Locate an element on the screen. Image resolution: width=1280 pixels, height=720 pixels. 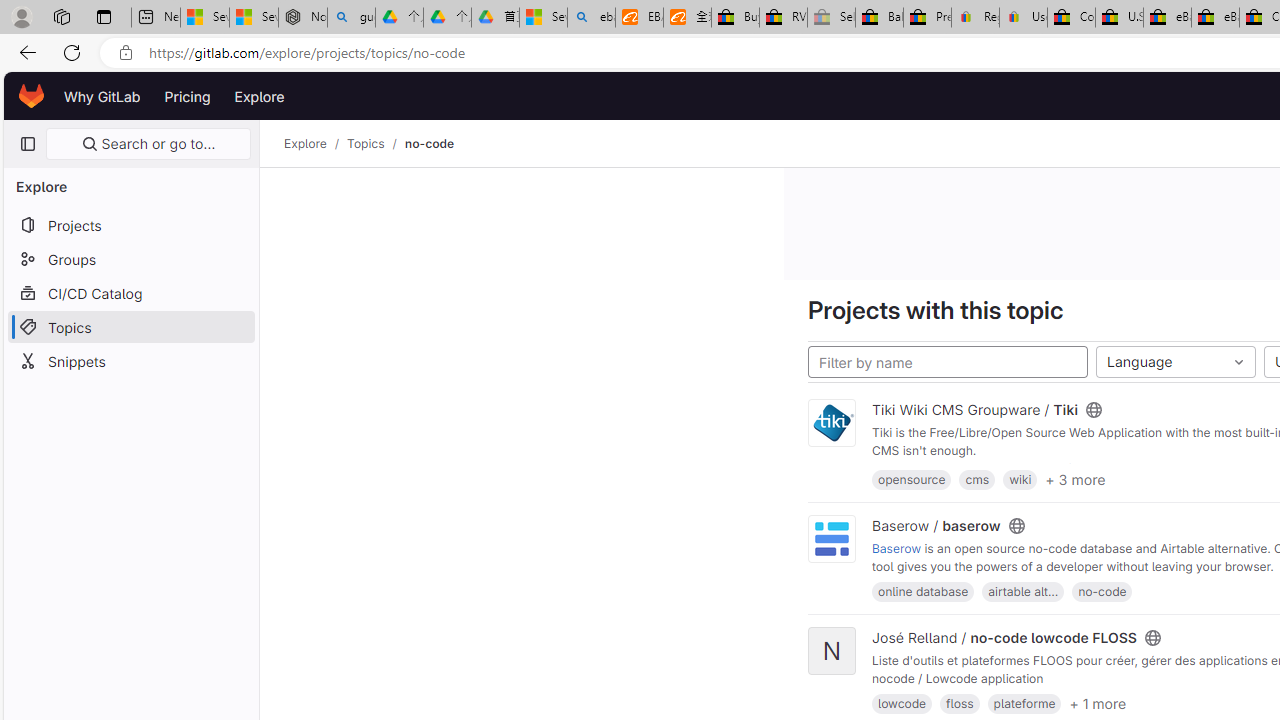
'Explore/' is located at coordinates (315, 143).